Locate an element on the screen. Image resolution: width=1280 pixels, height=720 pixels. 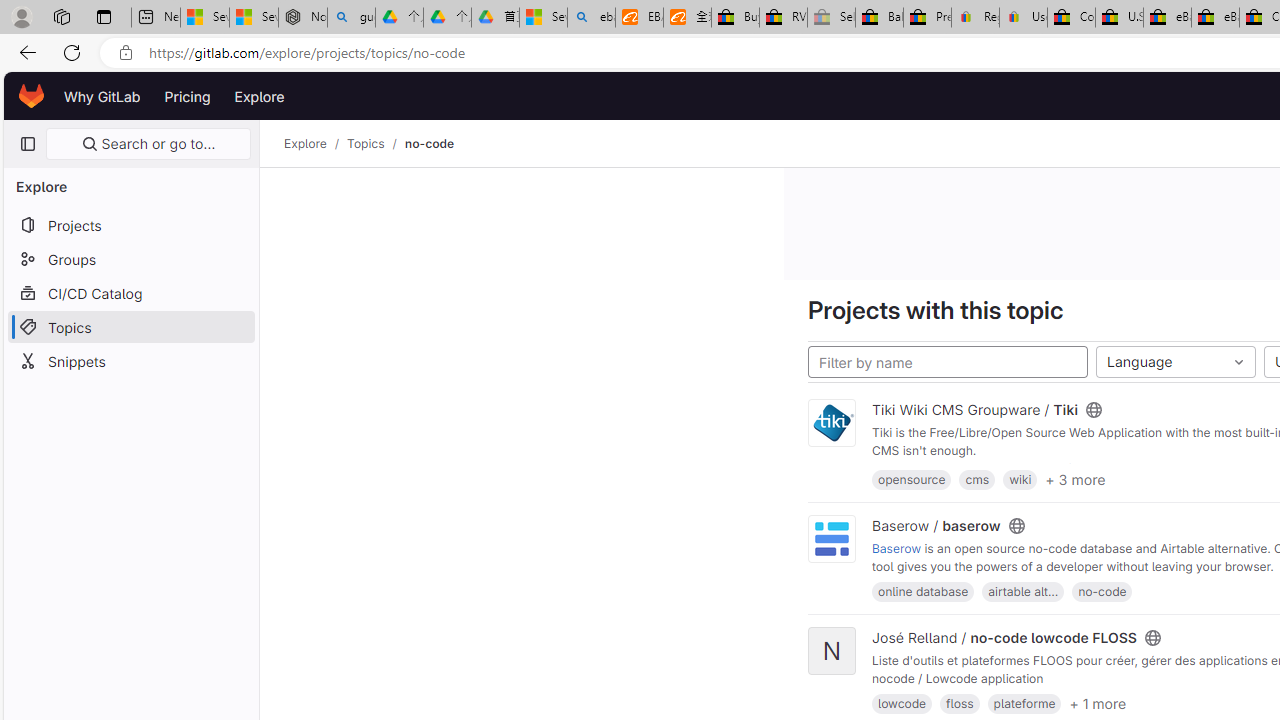
'Explore/' is located at coordinates (315, 143).